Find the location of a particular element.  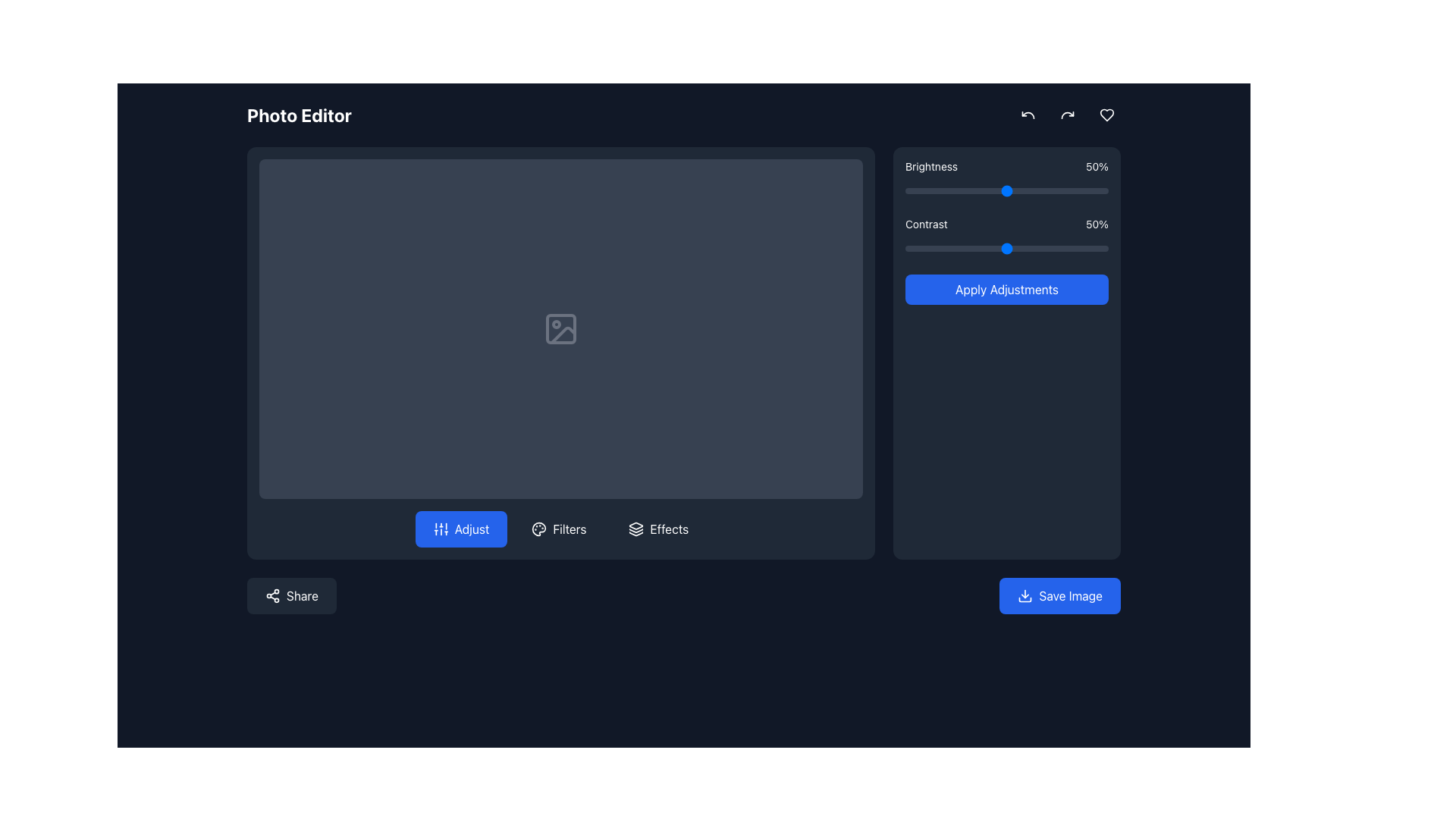

the 'Share' button located at the bottom left corner of the interface, which has a dark gray background and features a share symbol icon is located at coordinates (291, 595).